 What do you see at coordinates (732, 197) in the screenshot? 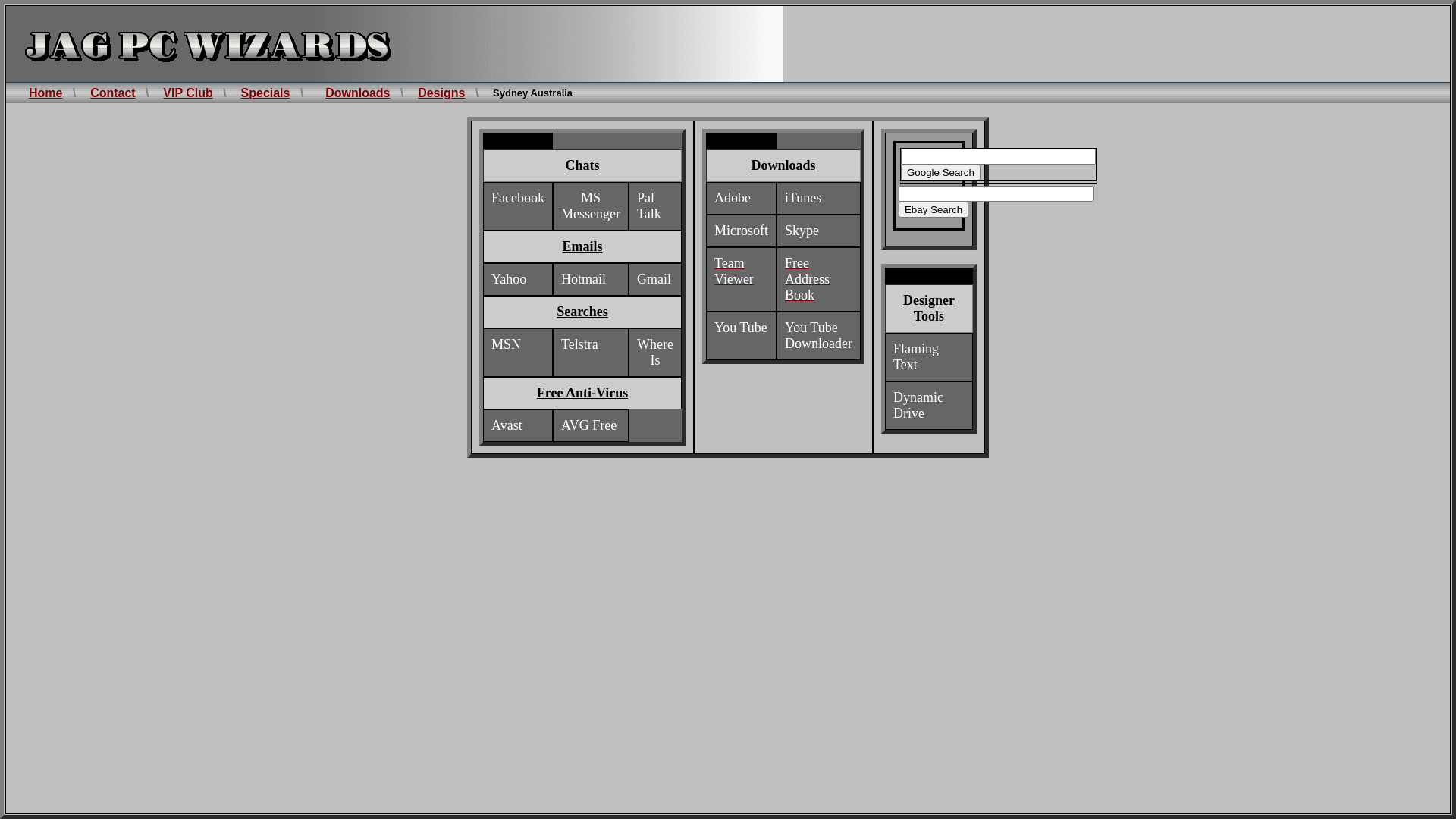
I see `'Adobe'` at bounding box center [732, 197].